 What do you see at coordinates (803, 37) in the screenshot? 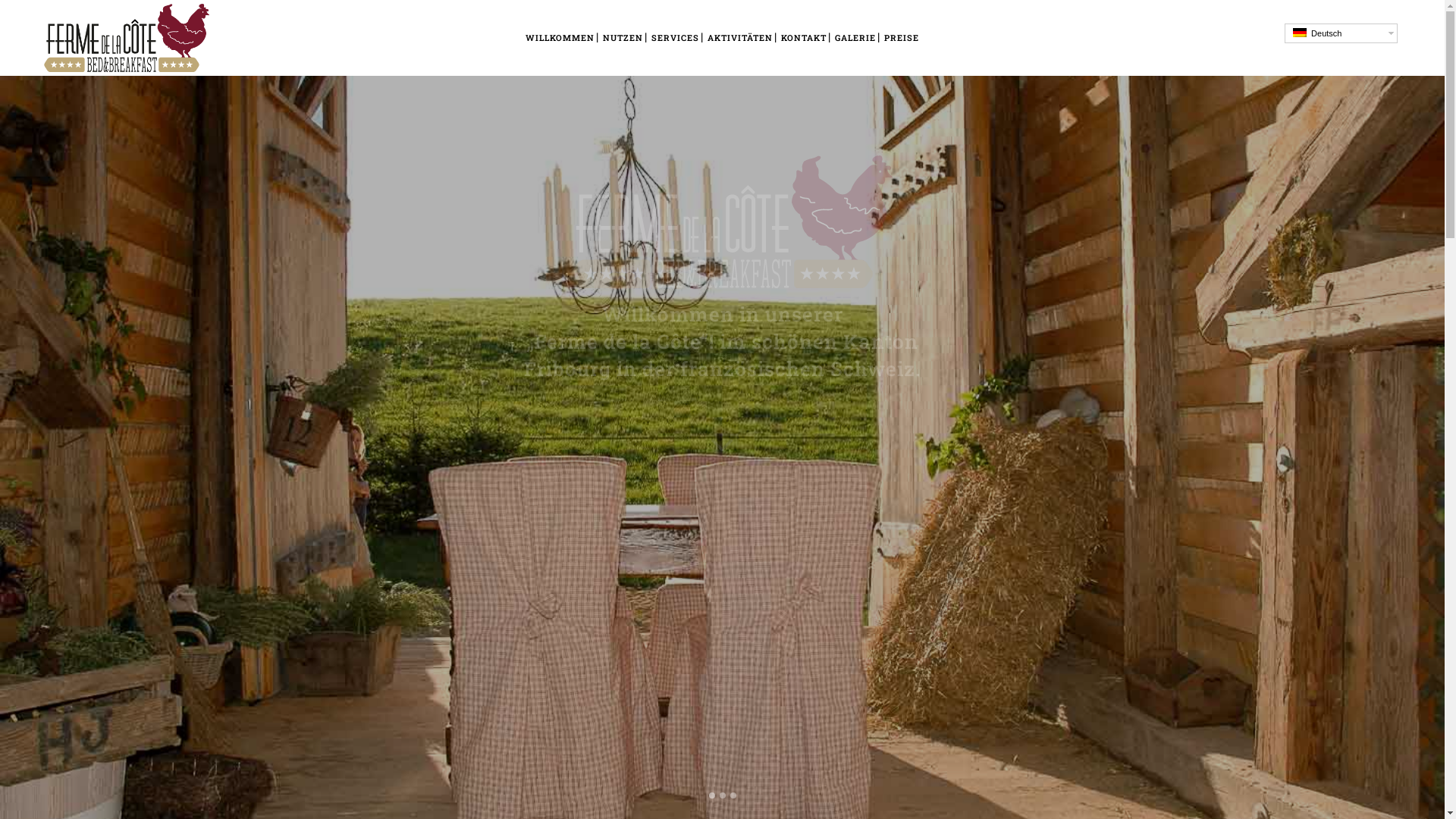
I see `'KONTAKT'` at bounding box center [803, 37].